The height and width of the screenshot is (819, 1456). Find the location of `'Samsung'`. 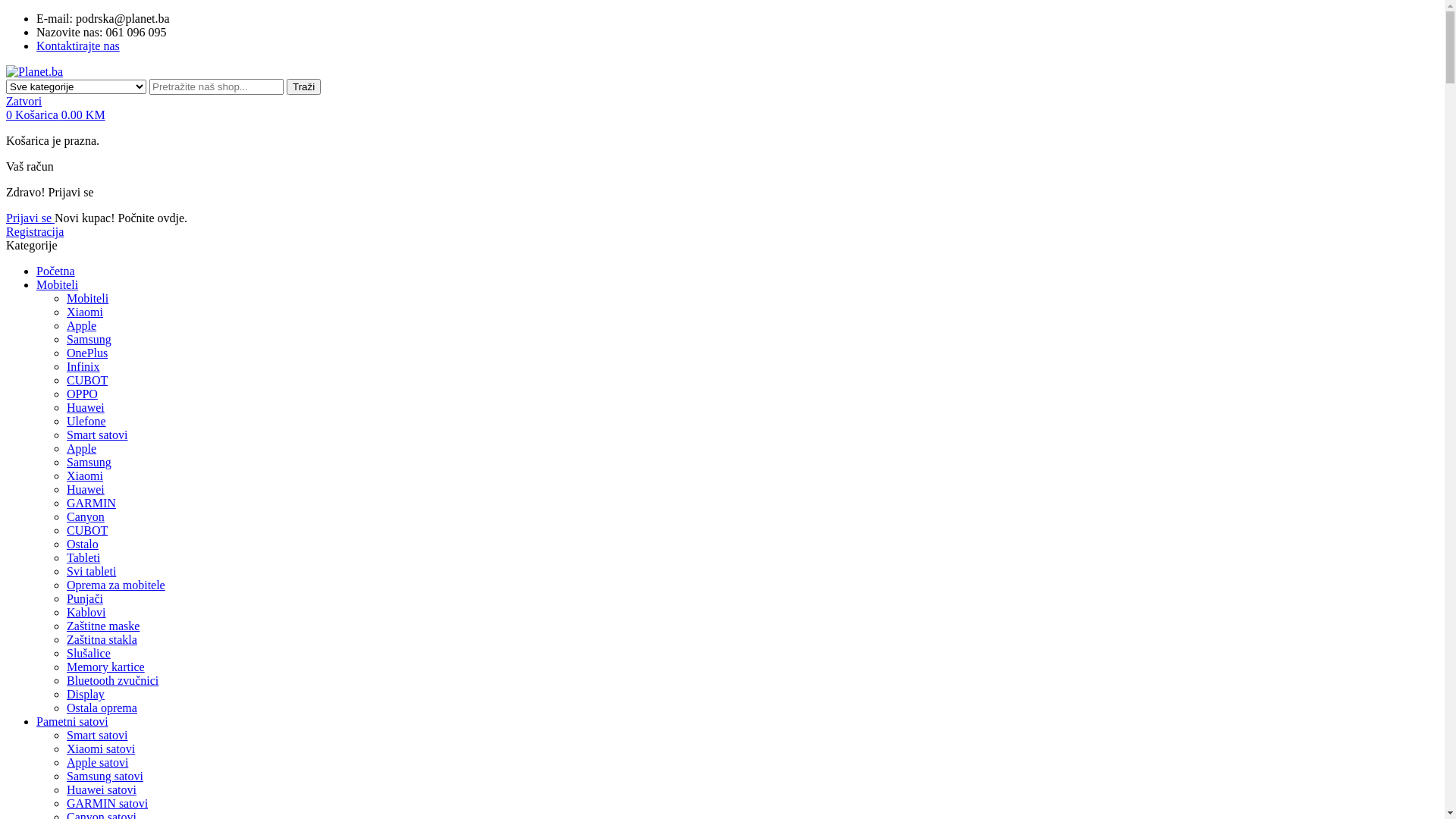

'Samsung' is located at coordinates (88, 338).